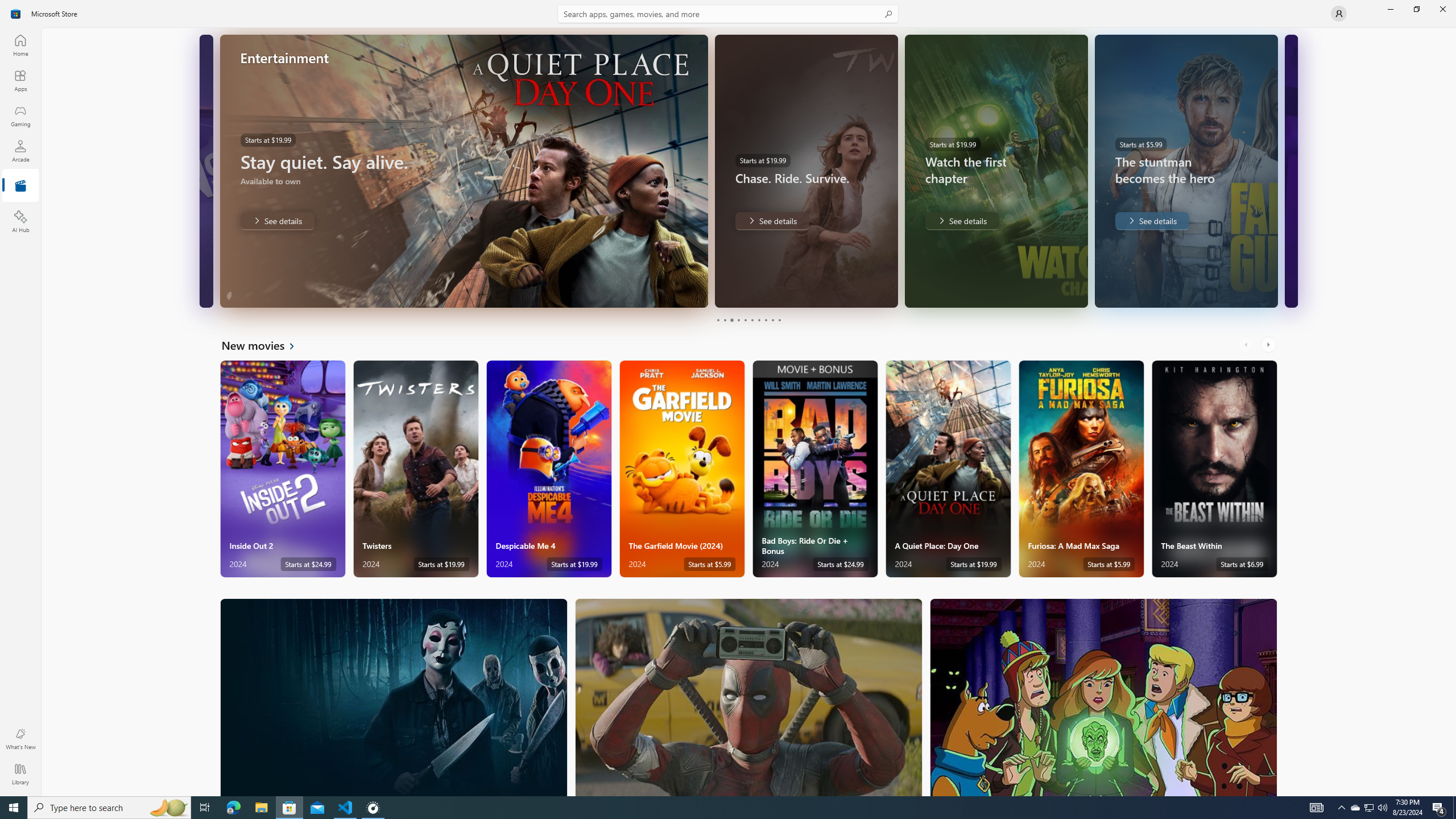  Describe the element at coordinates (264, 344) in the screenshot. I see `'See all  New movies'` at that location.